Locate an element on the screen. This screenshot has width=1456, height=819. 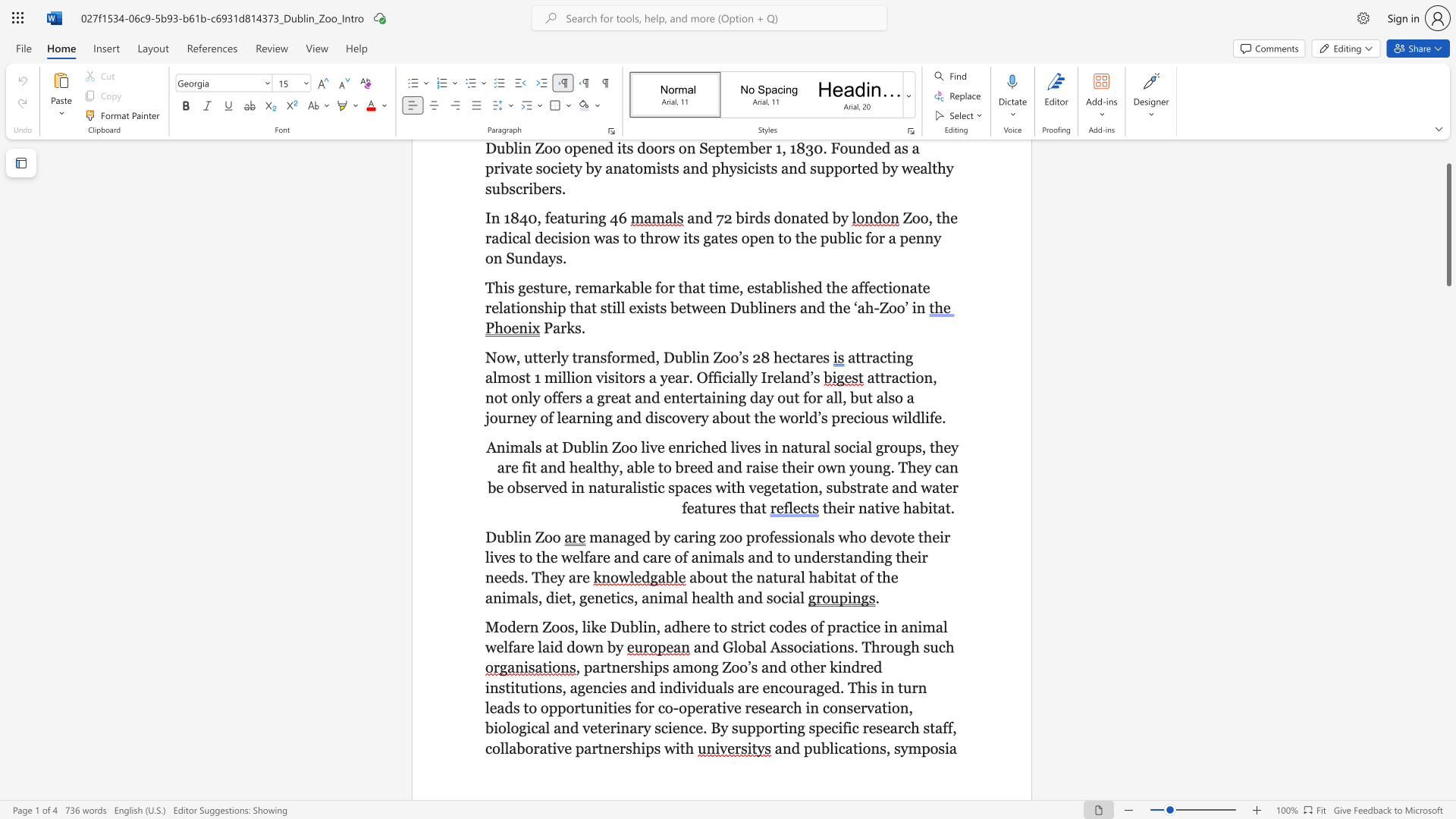
the subset text "n, n" within the text "attraction, not only" is located at coordinates (923, 376).